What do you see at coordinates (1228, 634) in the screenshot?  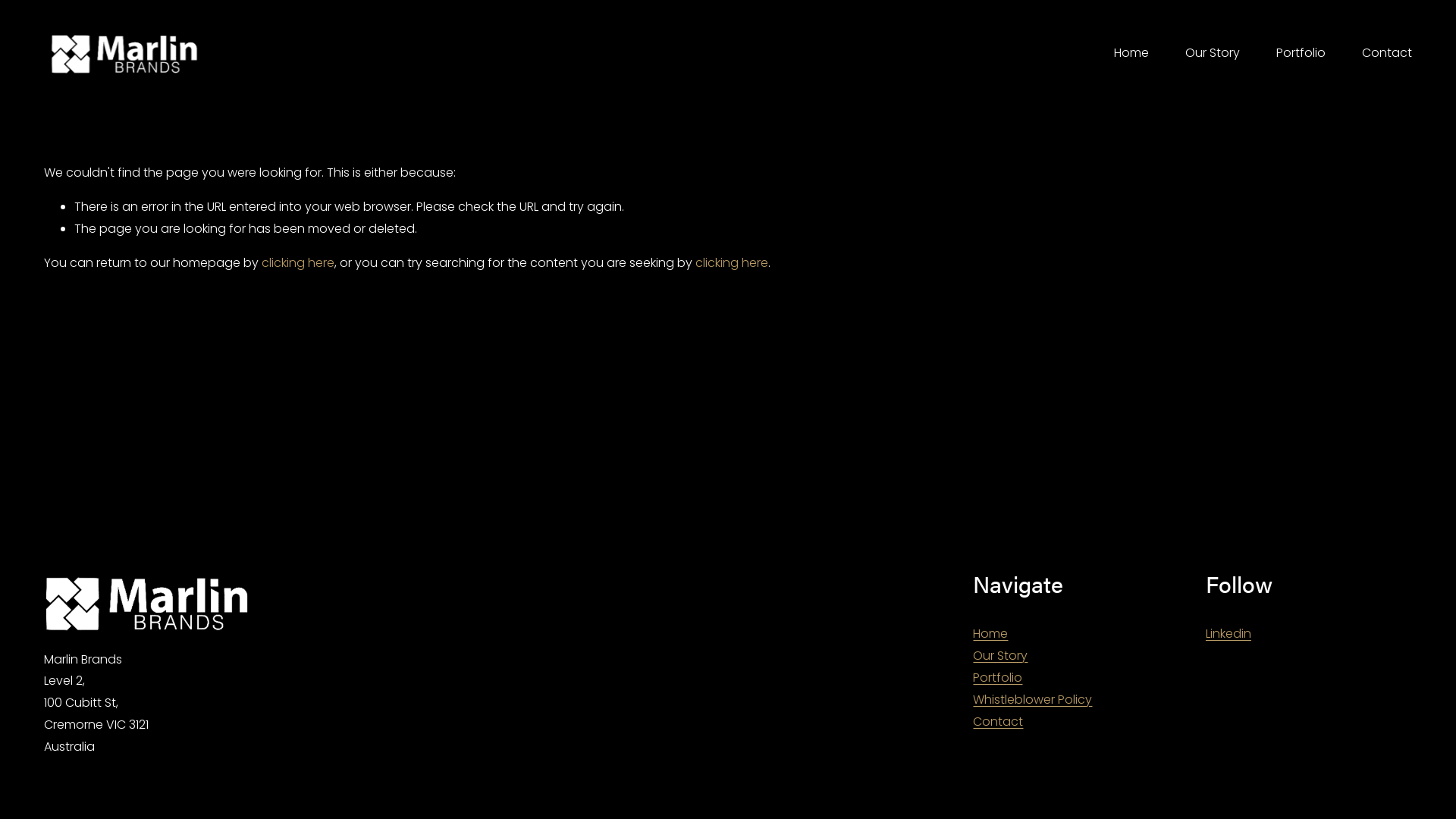 I see `'Linkedin'` at bounding box center [1228, 634].